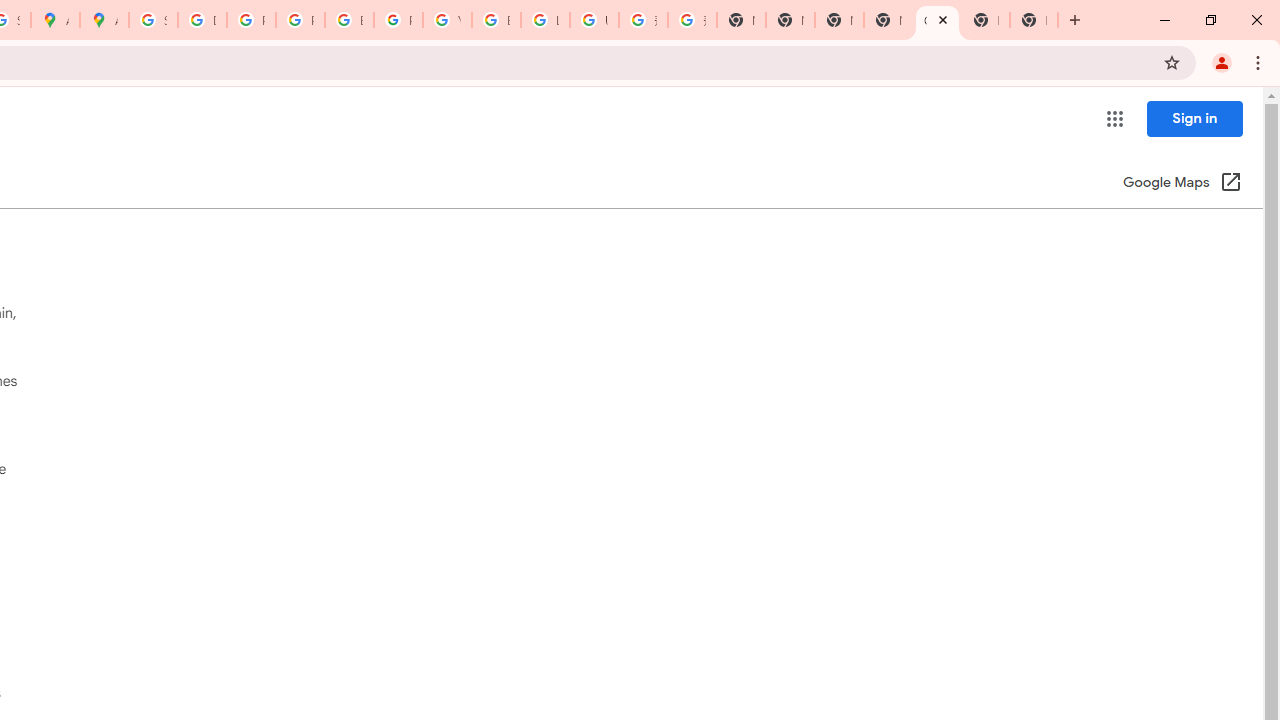  I want to click on 'Google Maps (Open in a new window)', so click(1182, 183).